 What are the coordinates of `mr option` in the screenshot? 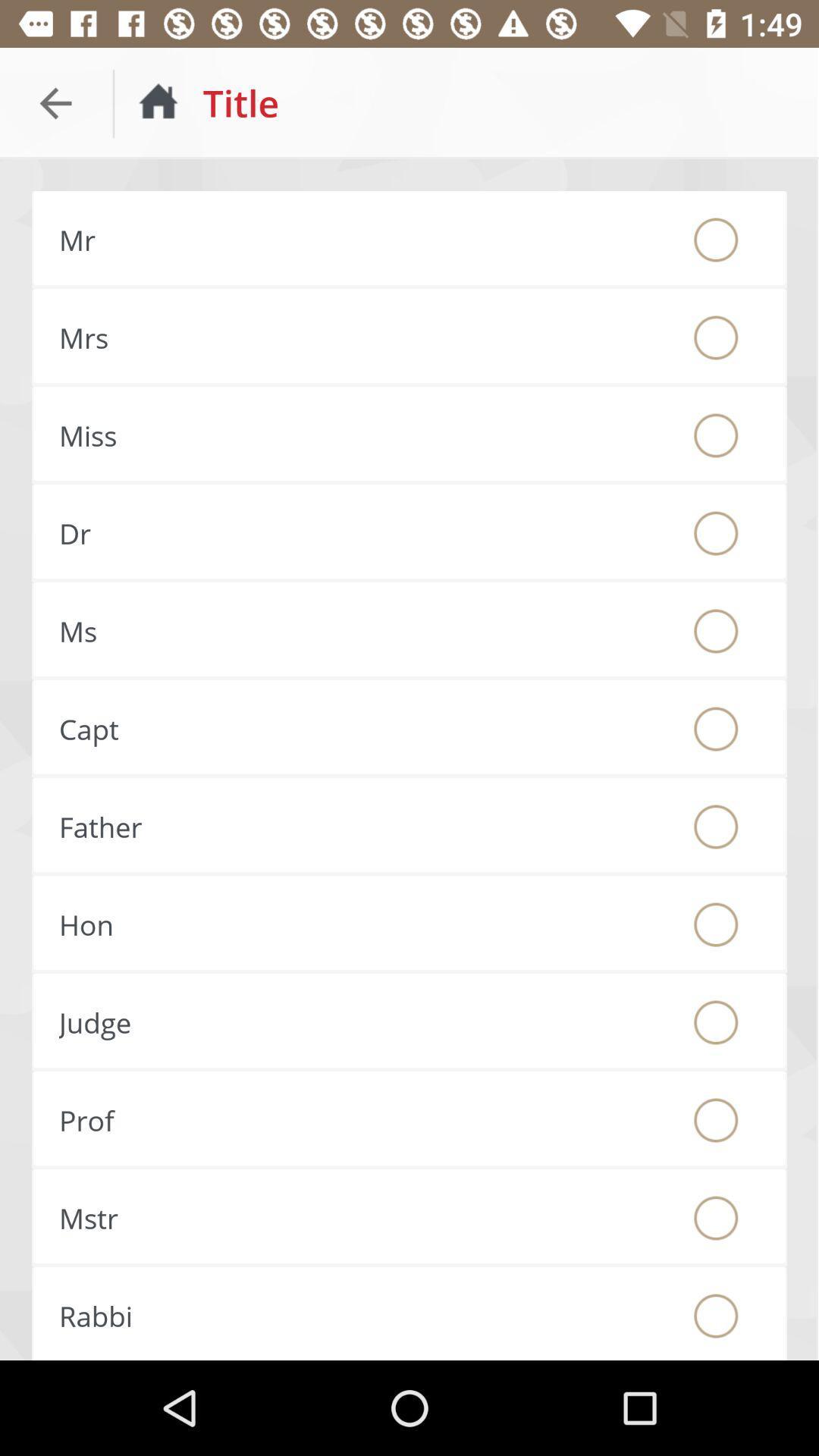 It's located at (716, 239).